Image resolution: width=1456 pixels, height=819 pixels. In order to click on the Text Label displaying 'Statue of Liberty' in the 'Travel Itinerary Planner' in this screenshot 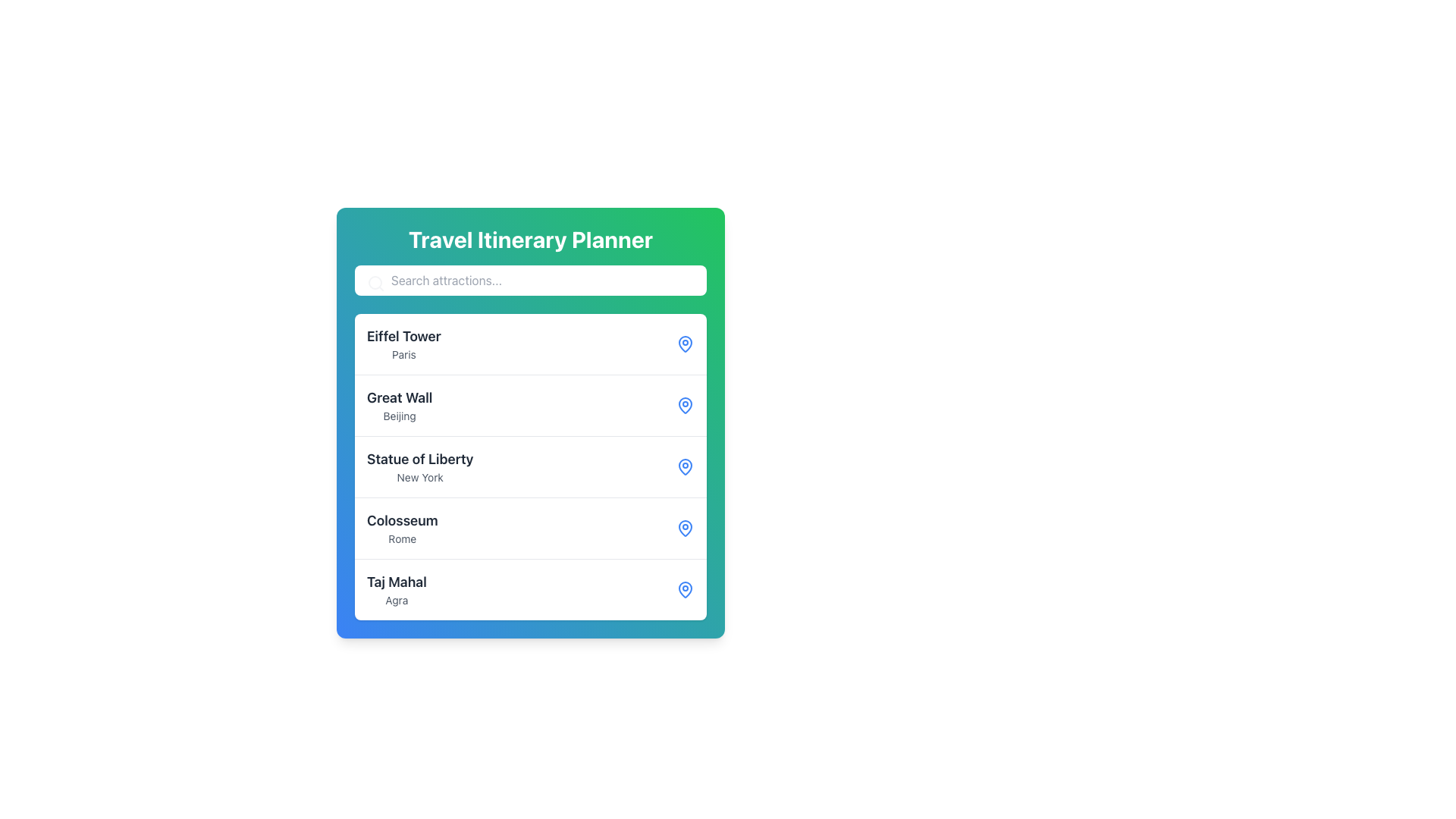, I will do `click(420, 466)`.